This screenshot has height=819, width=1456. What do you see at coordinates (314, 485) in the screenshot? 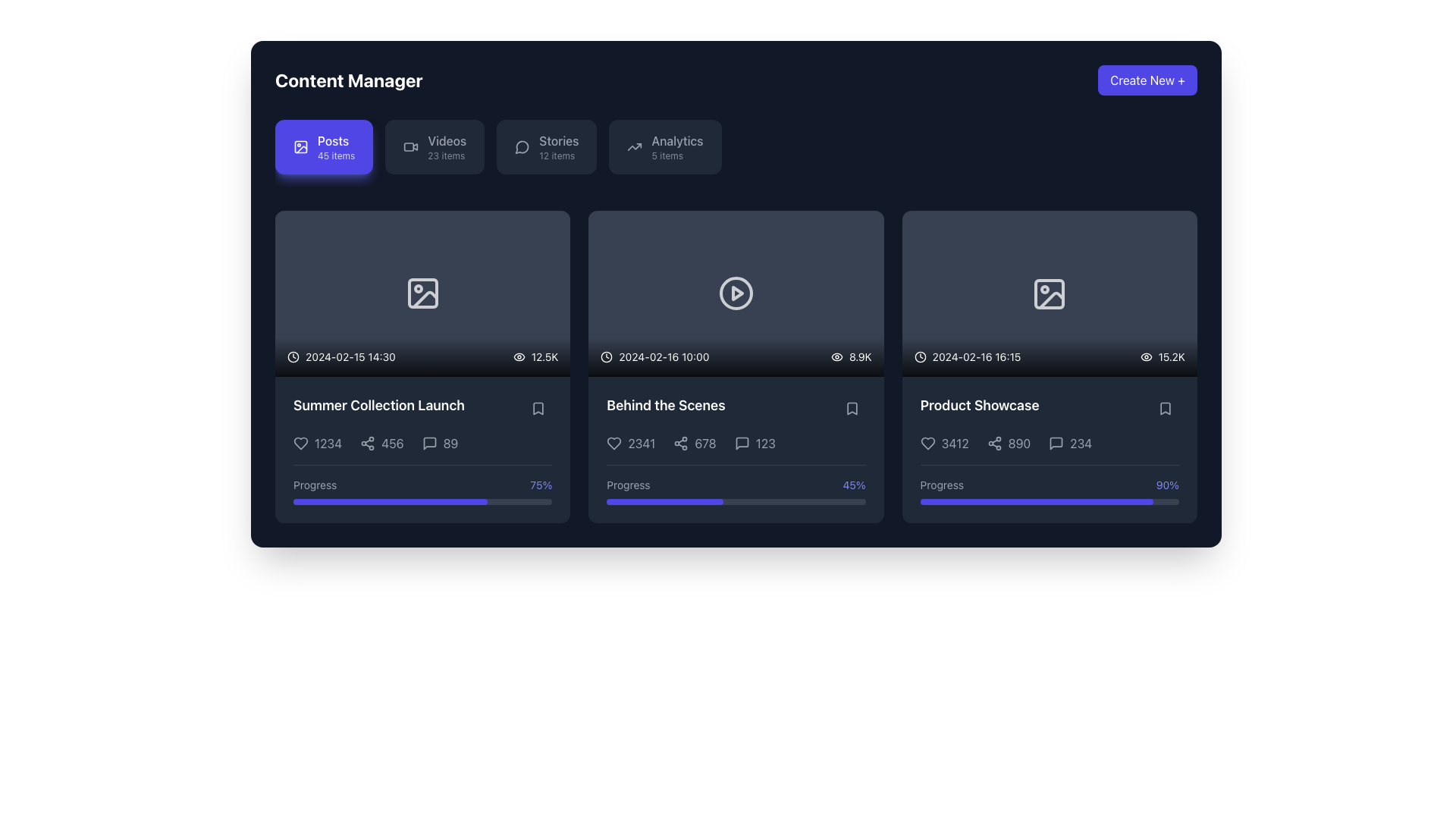
I see `the 'Progress' text label located in the lower left corner of the 'Summer Collection Launch' card, which provides context to the progress bar below it` at bounding box center [314, 485].